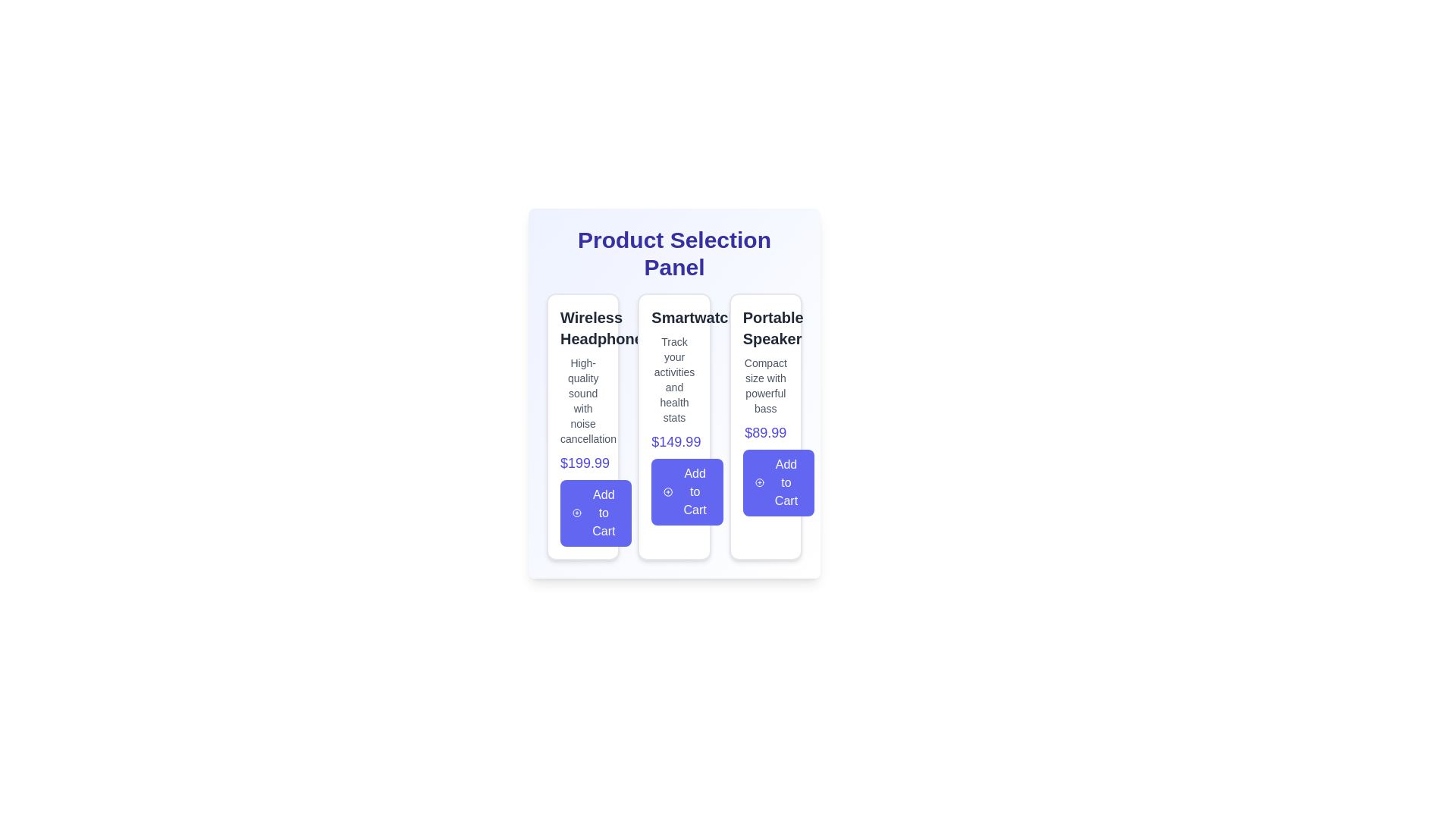  What do you see at coordinates (673, 379) in the screenshot?
I see `the descriptive text element that provides additional details about the 'Smartwatch' product, located directly below the title 'Smartwatch' and above the price information '$149.99'` at bounding box center [673, 379].